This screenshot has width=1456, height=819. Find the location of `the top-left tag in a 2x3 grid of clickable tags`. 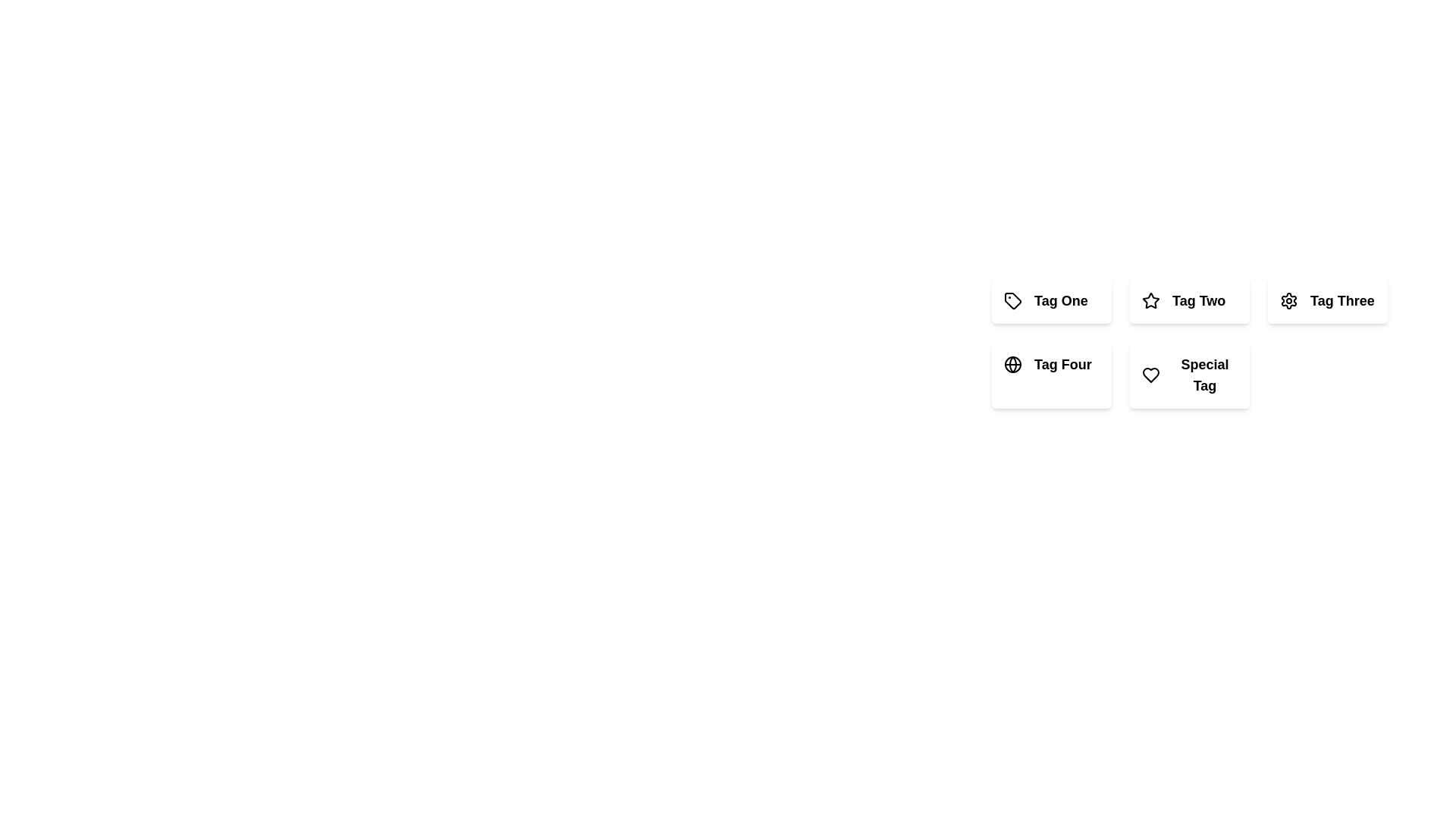

the top-left tag in a 2x3 grid of clickable tags is located at coordinates (1051, 301).